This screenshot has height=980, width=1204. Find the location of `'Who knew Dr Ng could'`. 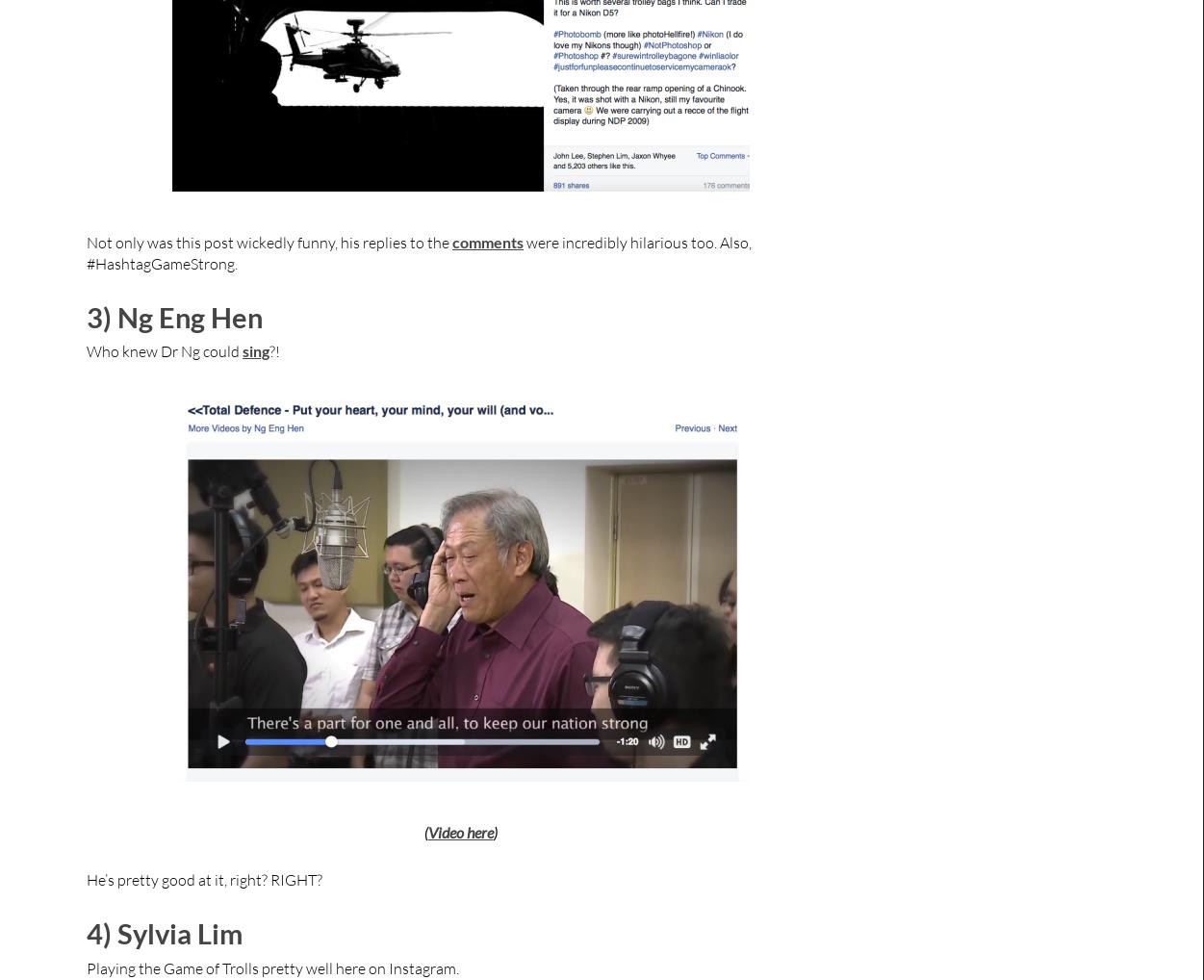

'Who knew Dr Ng could' is located at coordinates (165, 350).